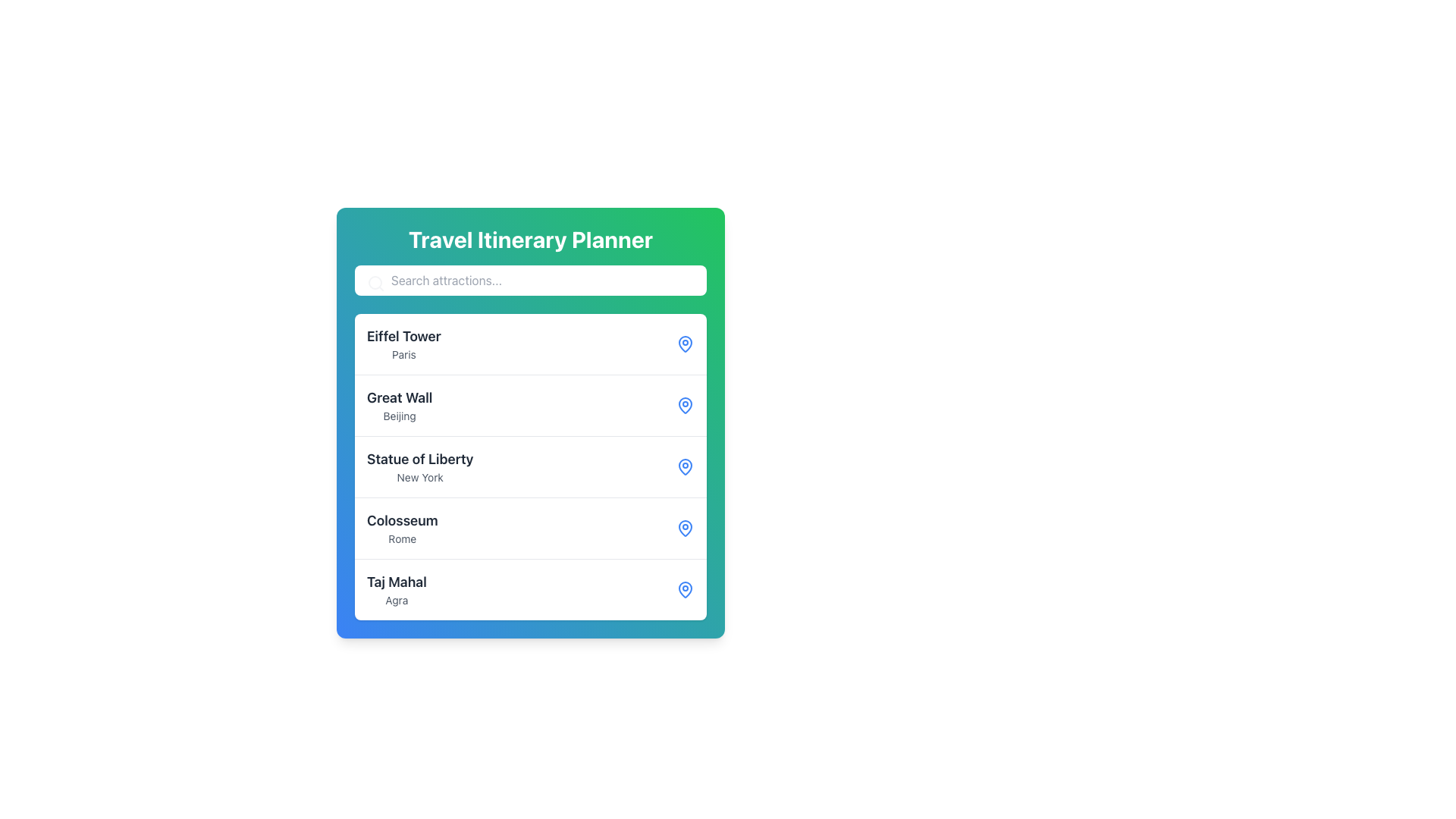 Image resolution: width=1456 pixels, height=819 pixels. I want to click on text label for the attraction 'Eiffel Tower', which is the primary label located at the top of the first listed entry in a vertical list of attractions, so click(403, 335).